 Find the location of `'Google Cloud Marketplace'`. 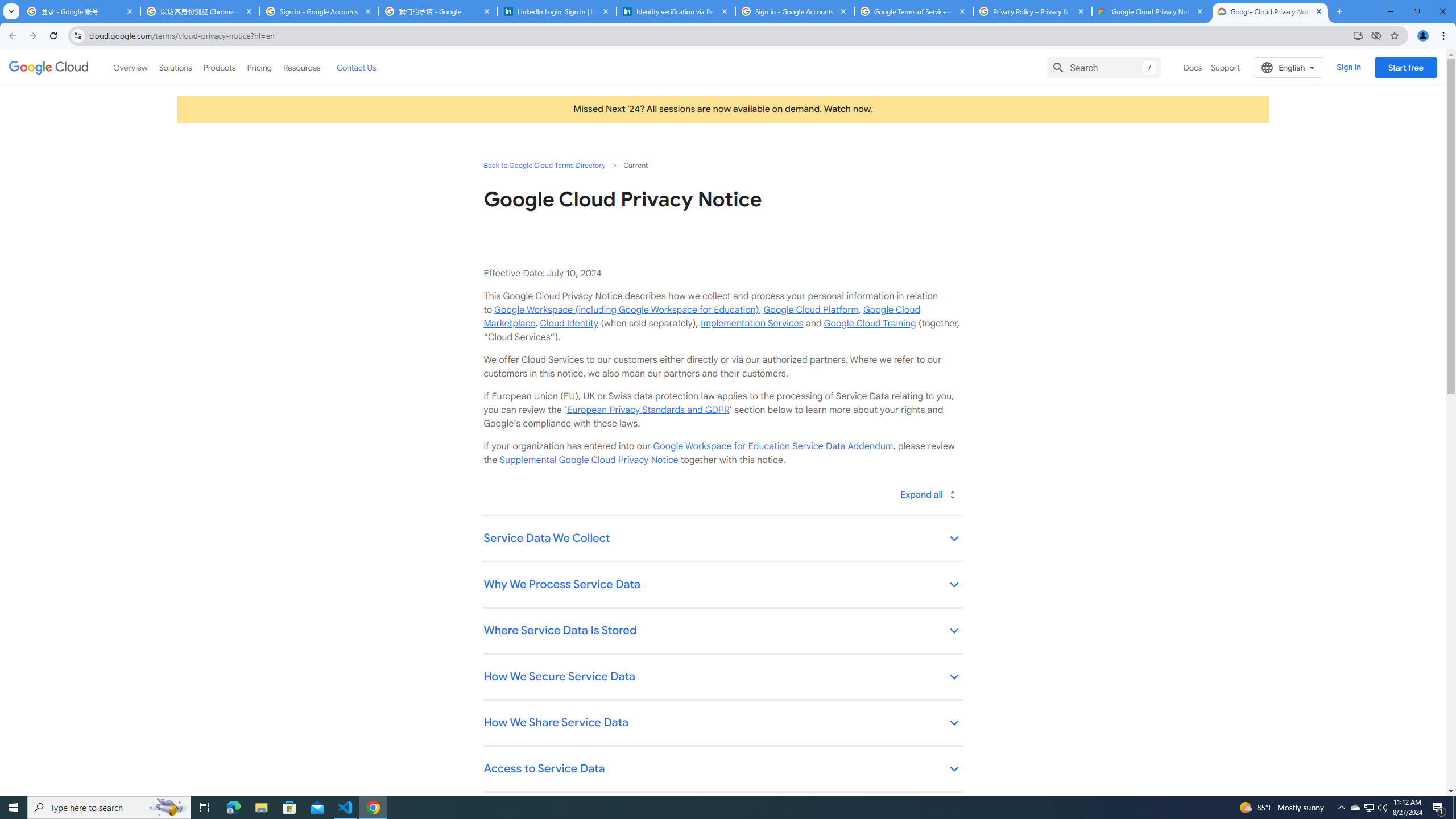

'Google Cloud Marketplace' is located at coordinates (701, 316).